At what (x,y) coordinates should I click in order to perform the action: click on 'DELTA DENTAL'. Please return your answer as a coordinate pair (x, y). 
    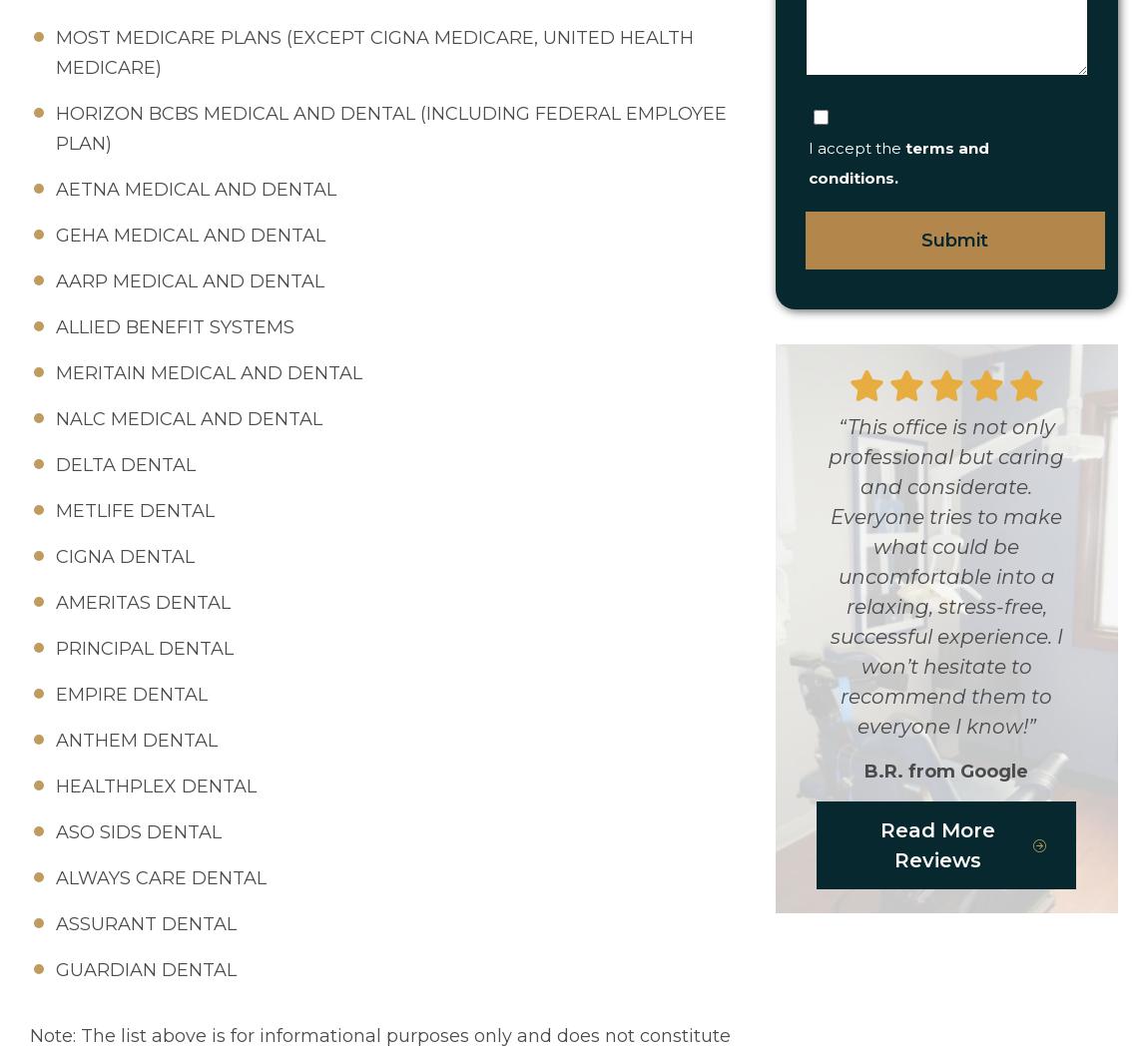
    Looking at the image, I should click on (125, 463).